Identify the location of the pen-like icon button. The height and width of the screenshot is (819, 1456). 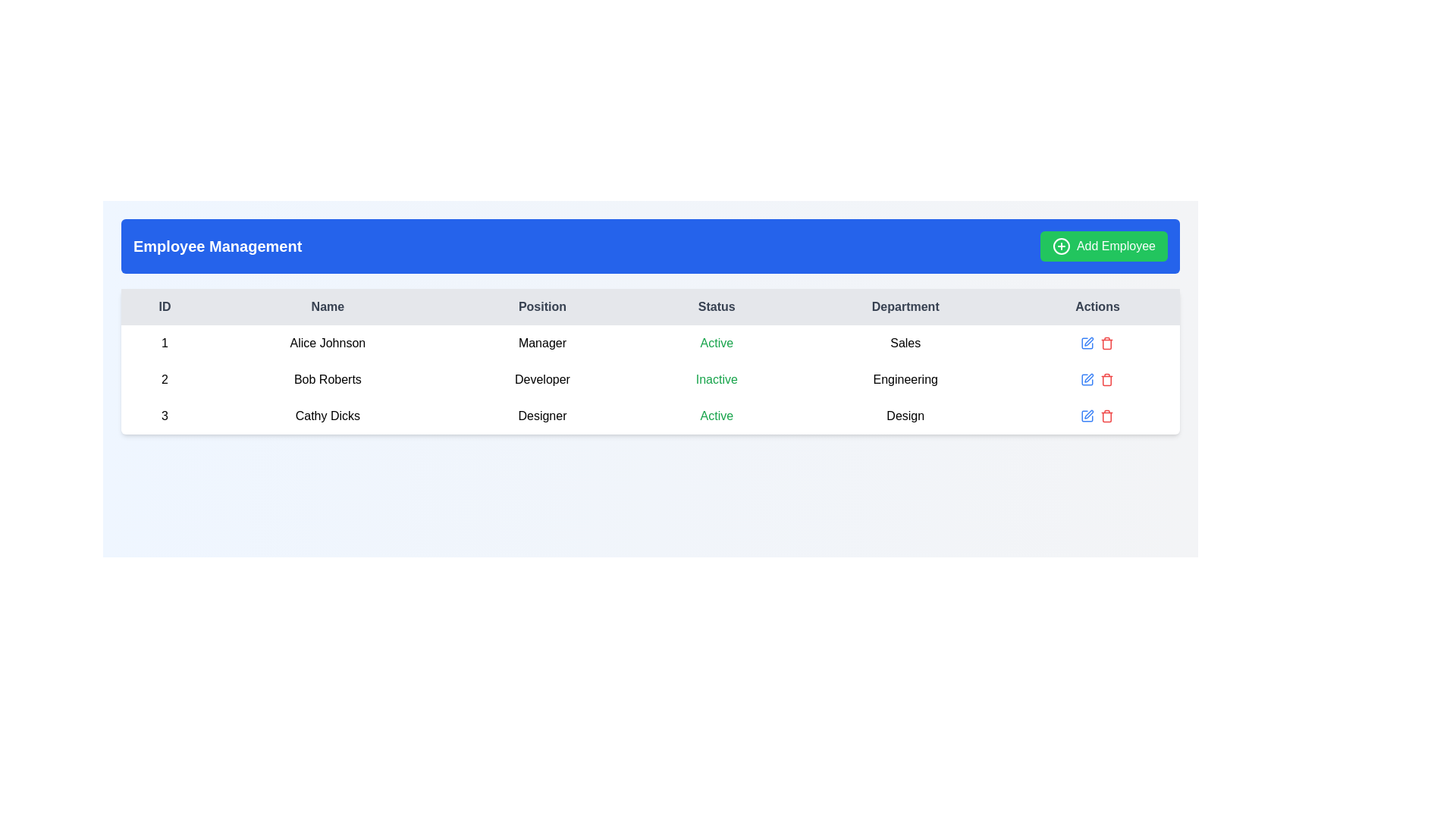
(1088, 377).